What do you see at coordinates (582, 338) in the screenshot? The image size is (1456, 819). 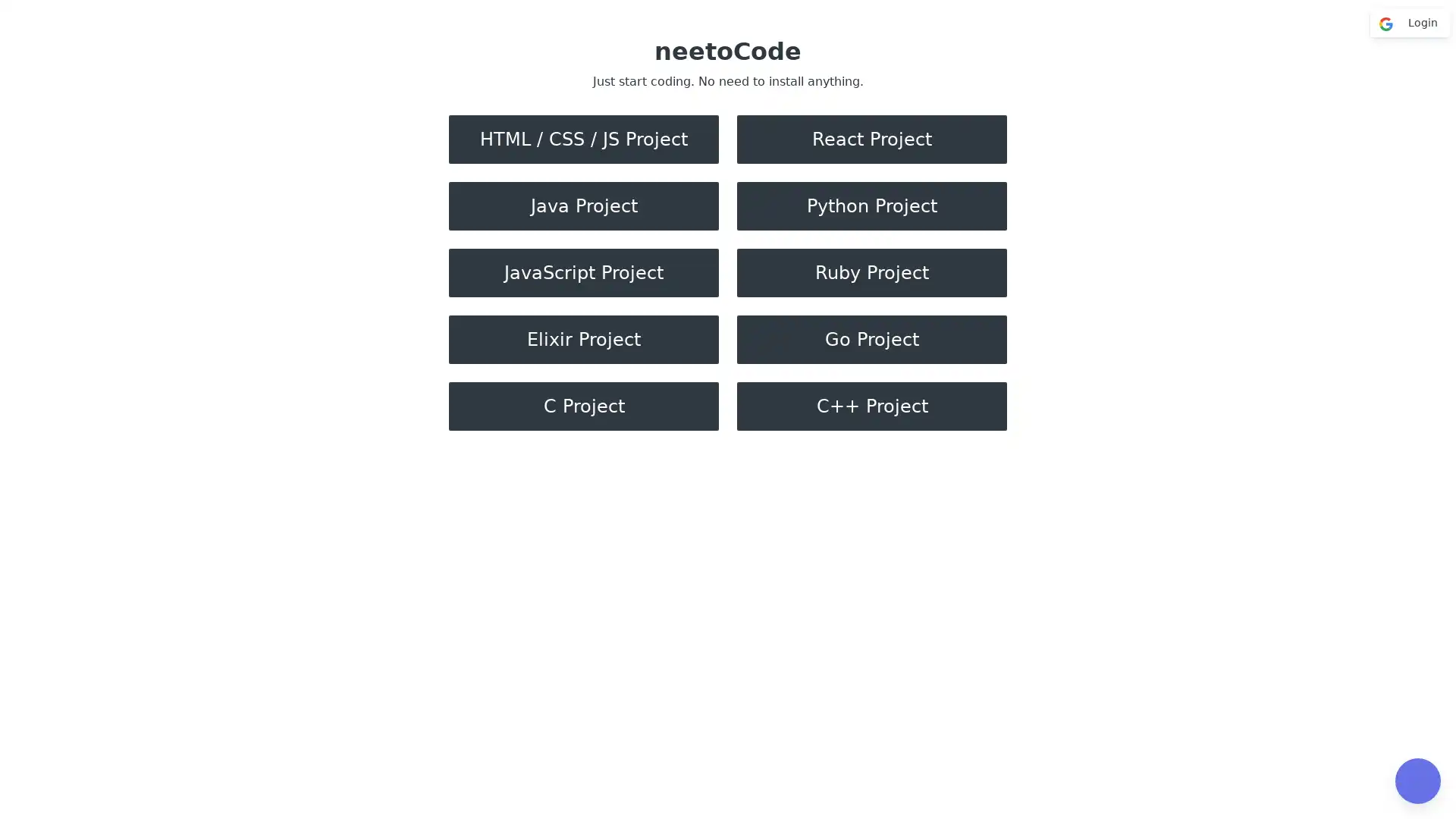 I see `Elixir Project` at bounding box center [582, 338].